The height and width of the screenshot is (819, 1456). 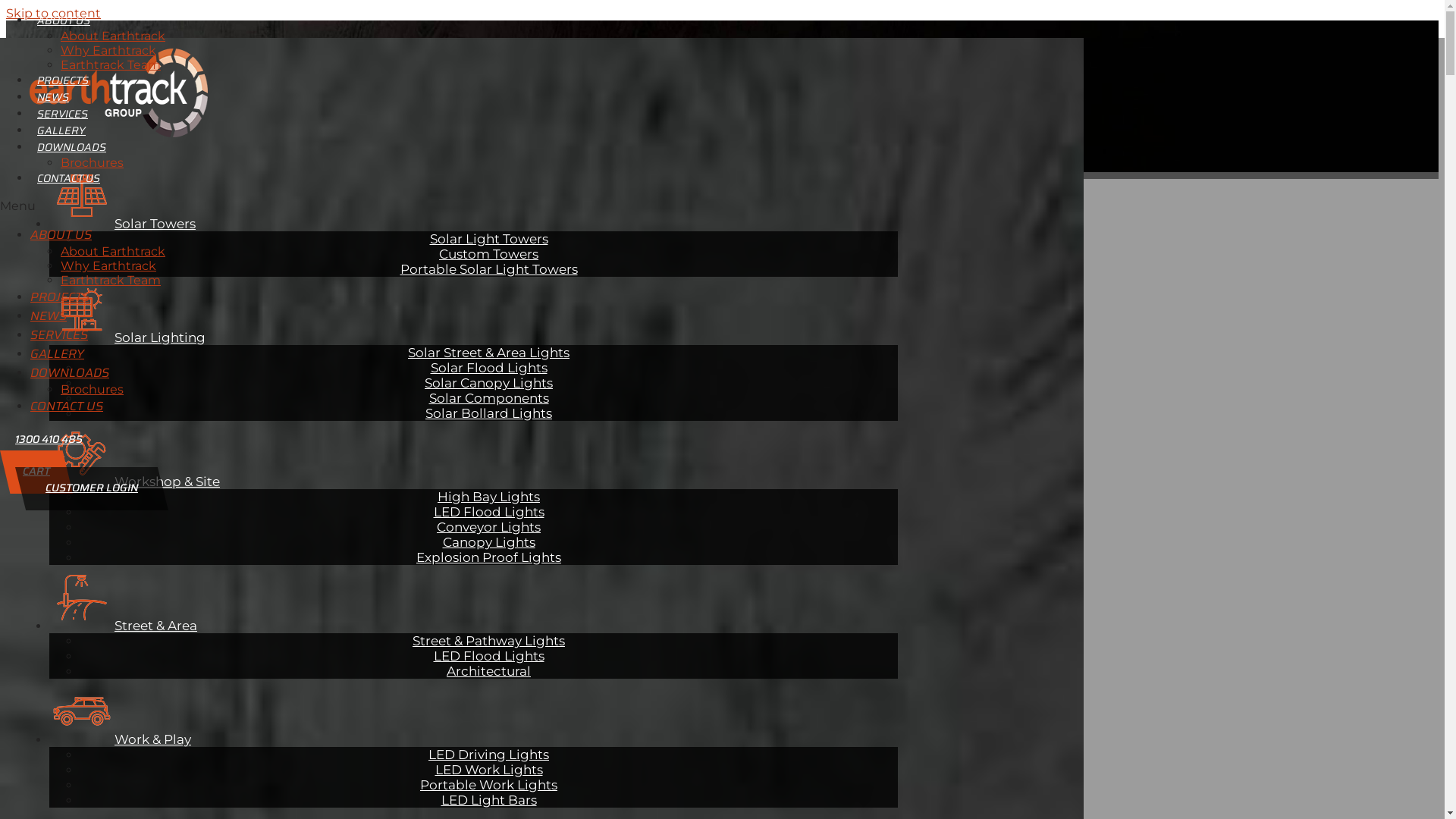 I want to click on 'Architectural', so click(x=488, y=669).